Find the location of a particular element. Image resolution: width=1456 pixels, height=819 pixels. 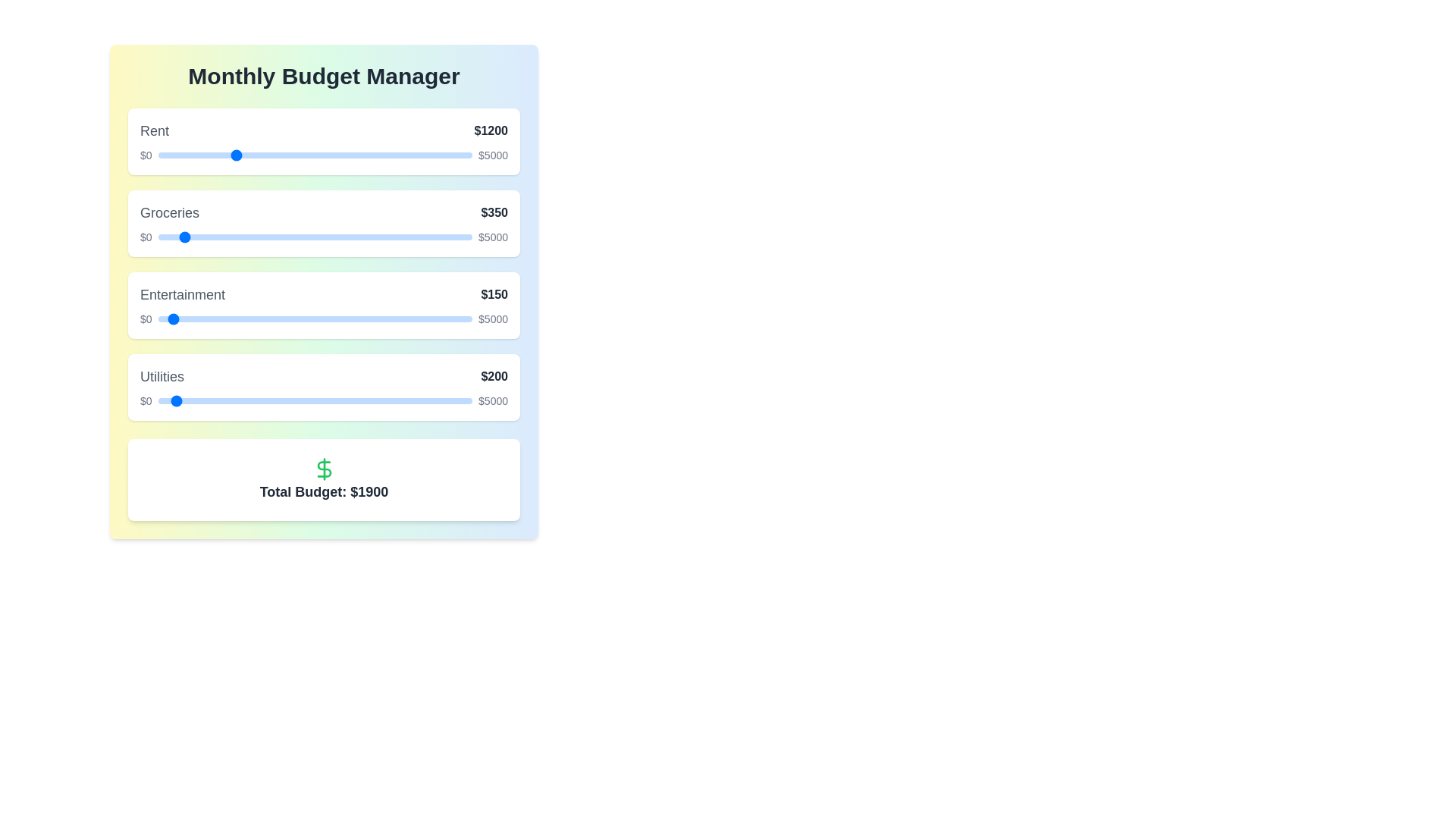

the 'Utilities' slider is located at coordinates (306, 400).